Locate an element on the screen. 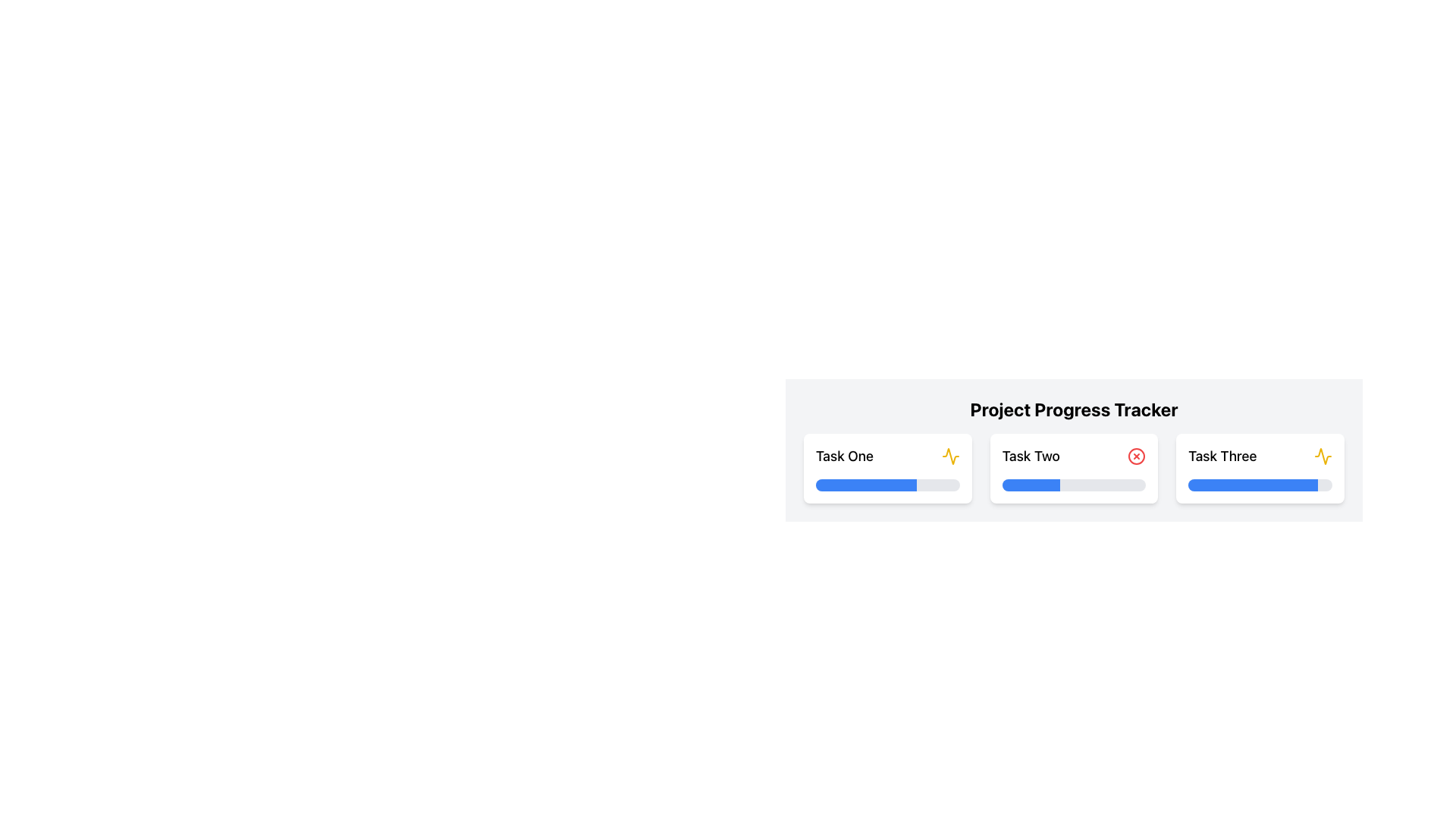  the Text Label that identifies 'Task Two' within the central card of a group of three task cards is located at coordinates (1031, 455).